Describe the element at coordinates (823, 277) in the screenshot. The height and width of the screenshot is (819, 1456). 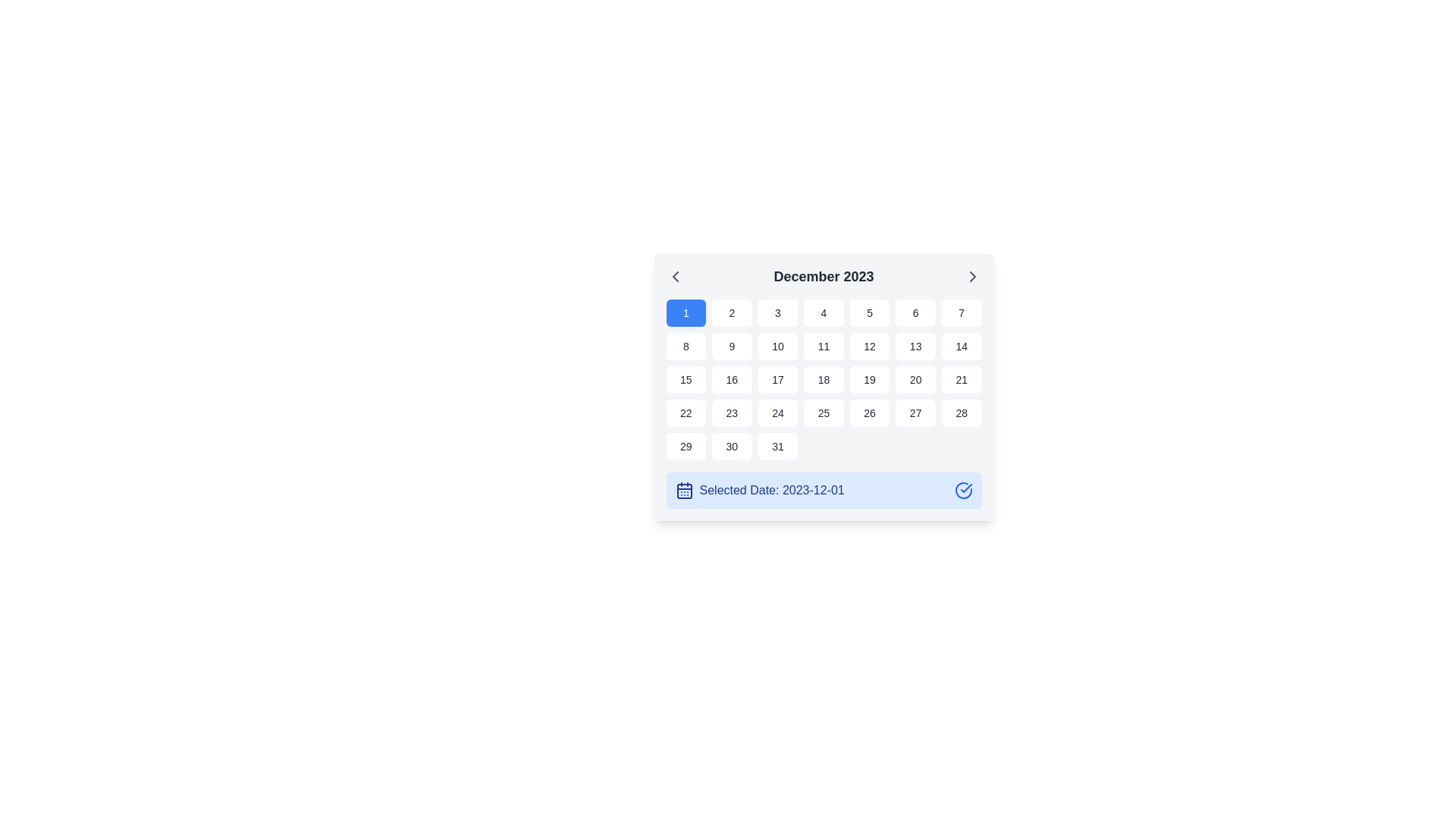
I see `displayed month and year from the Calendar header located at the top of the calendar component interface` at that location.